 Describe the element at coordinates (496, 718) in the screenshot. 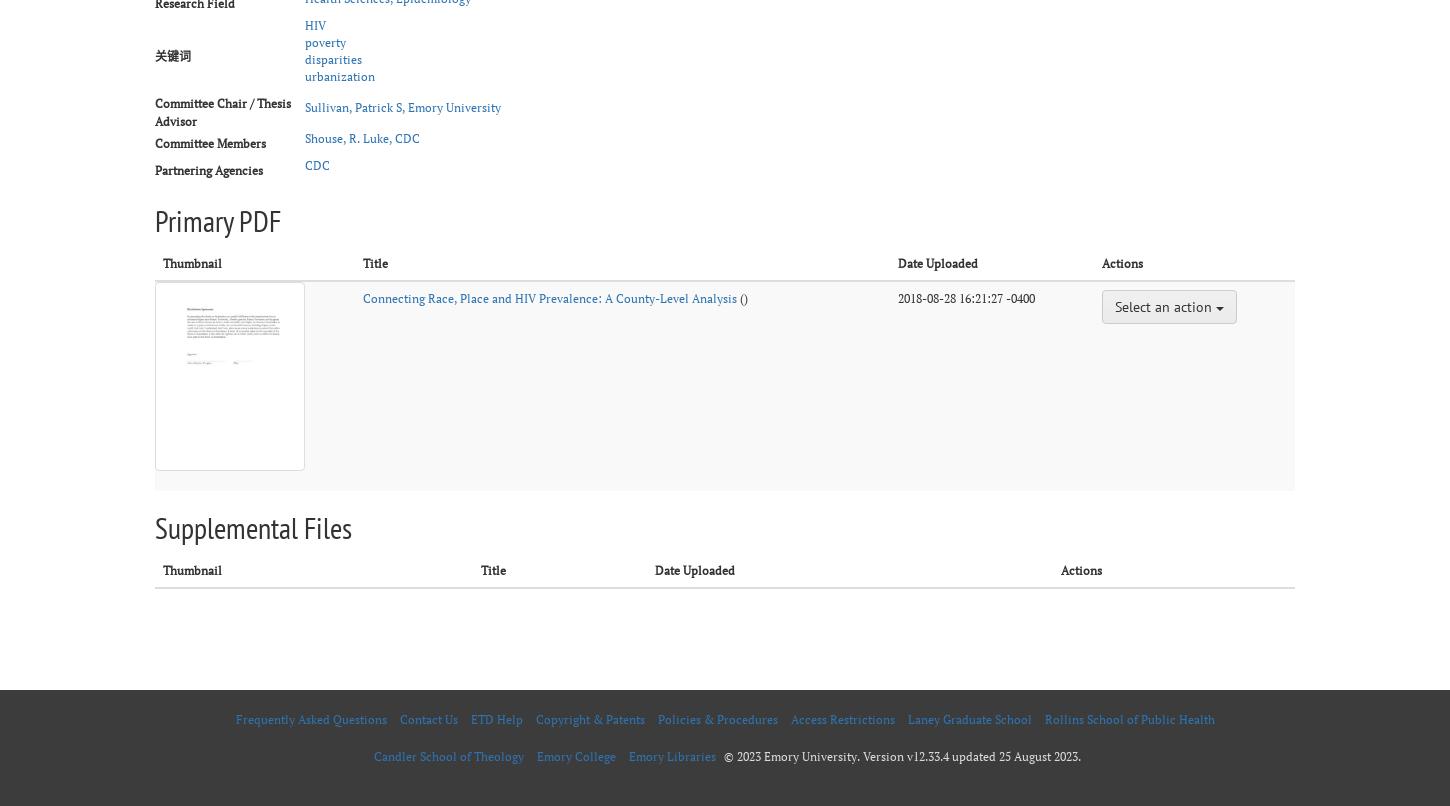

I see `'ETD Help'` at that location.